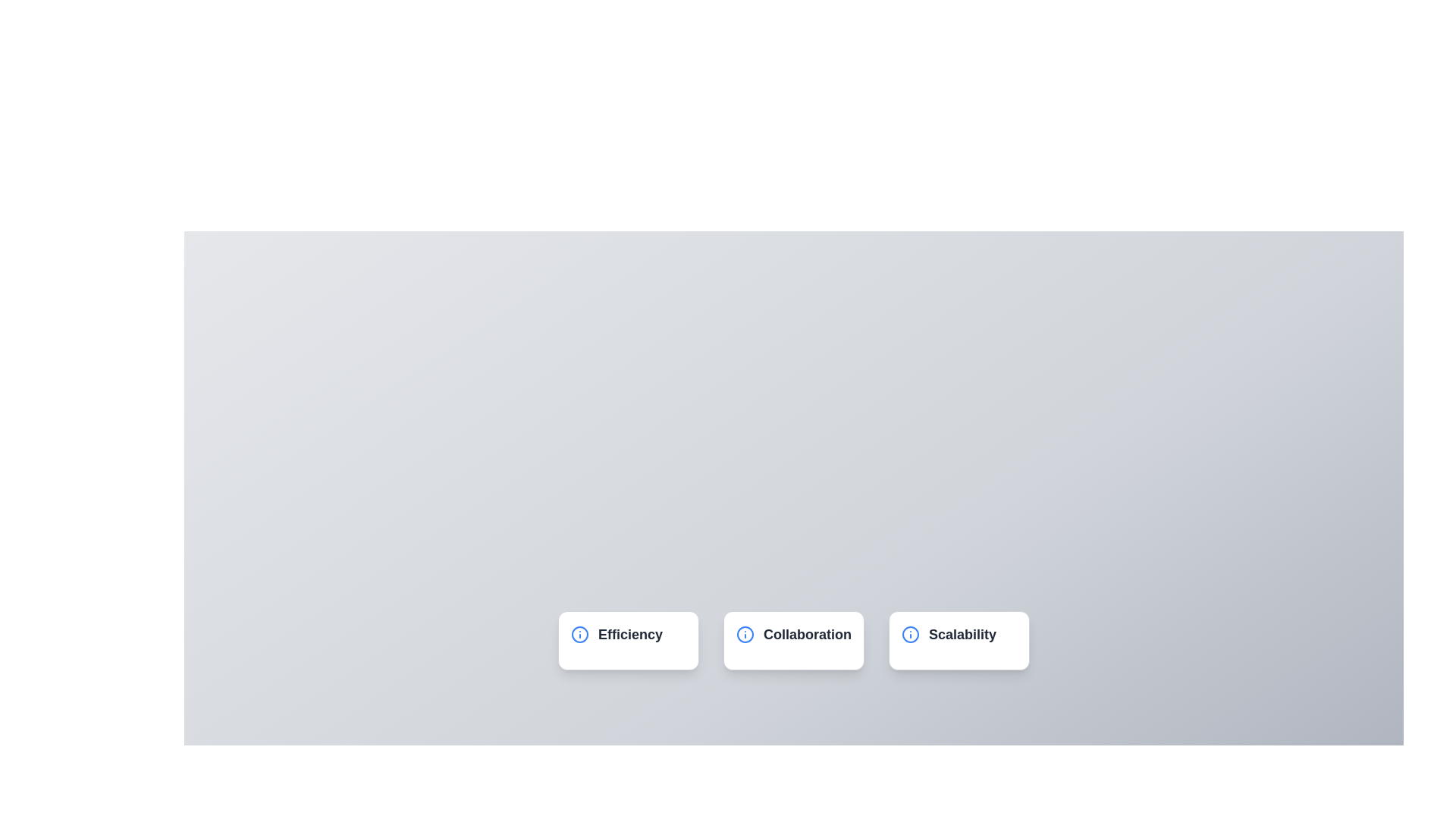 The image size is (1456, 819). Describe the element at coordinates (745, 635) in the screenshot. I see `the blue circular icon with a white border, which is part of an information symbol icon set, located above the text 'Efficiency'` at that location.